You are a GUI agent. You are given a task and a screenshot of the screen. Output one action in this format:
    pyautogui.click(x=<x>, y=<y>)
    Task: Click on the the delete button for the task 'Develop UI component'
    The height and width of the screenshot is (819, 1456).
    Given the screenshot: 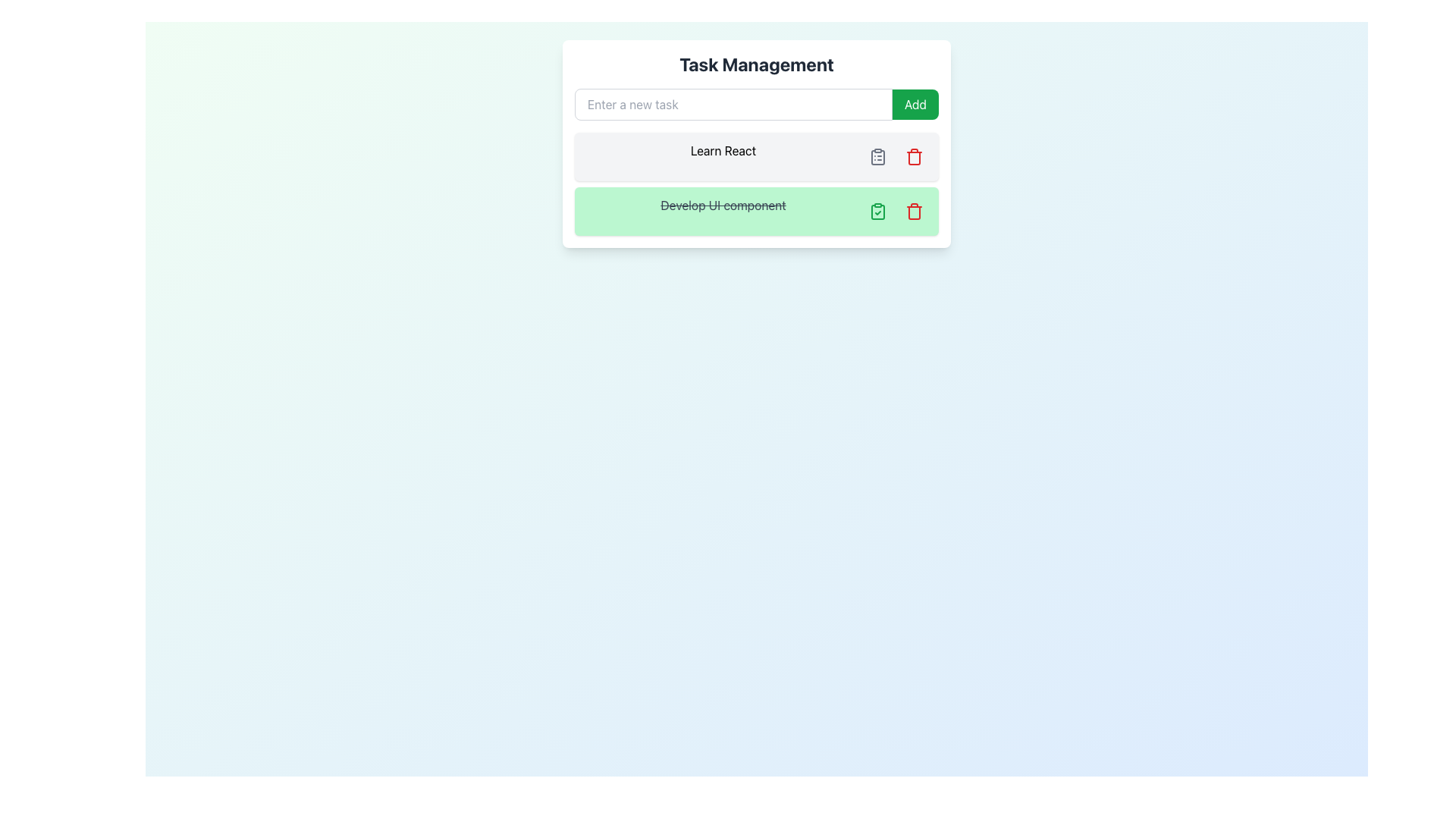 What is the action you would take?
    pyautogui.click(x=913, y=211)
    